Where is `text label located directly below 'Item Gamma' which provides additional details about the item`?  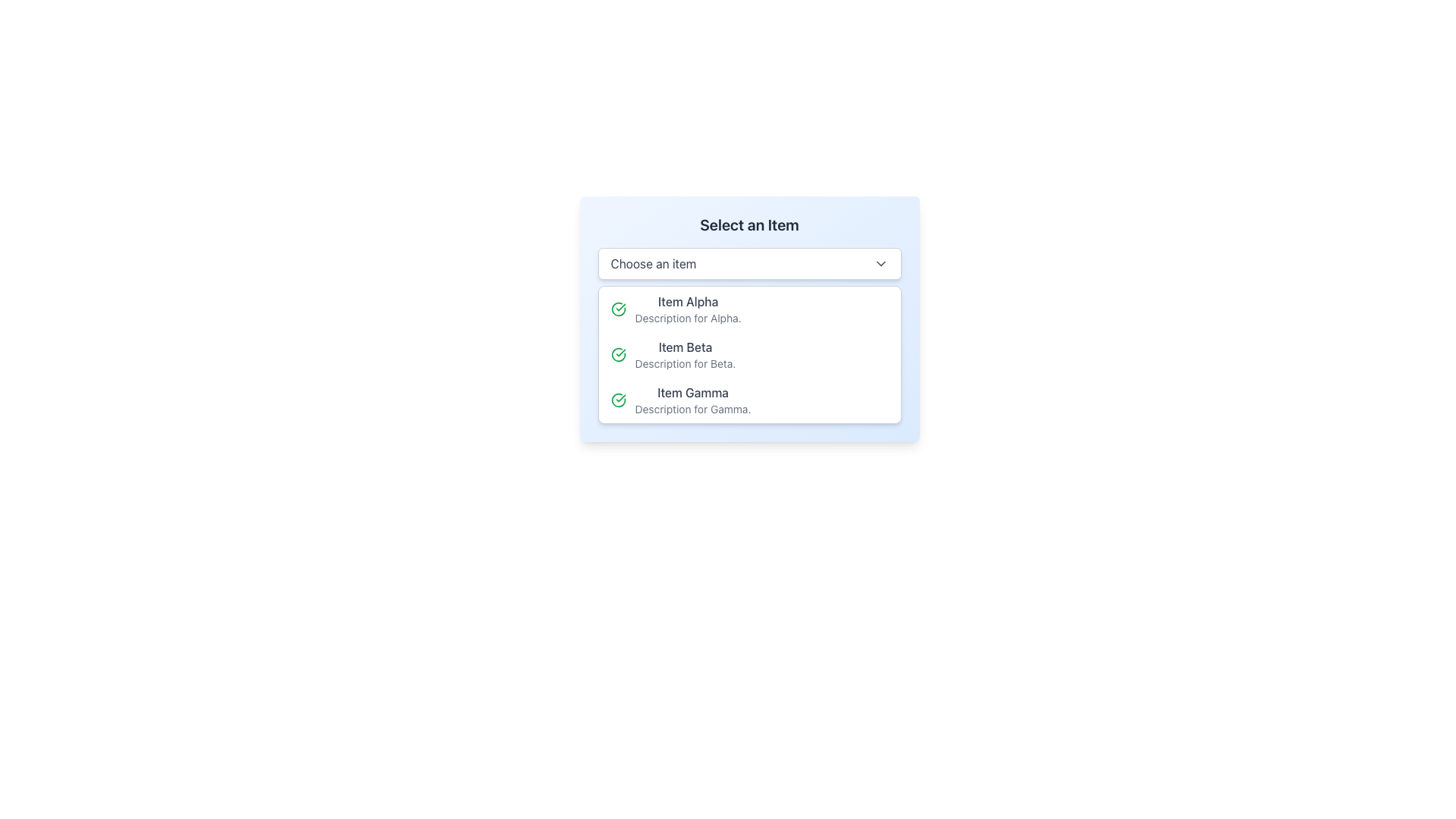 text label located directly below 'Item Gamma' which provides additional details about the item is located at coordinates (692, 409).